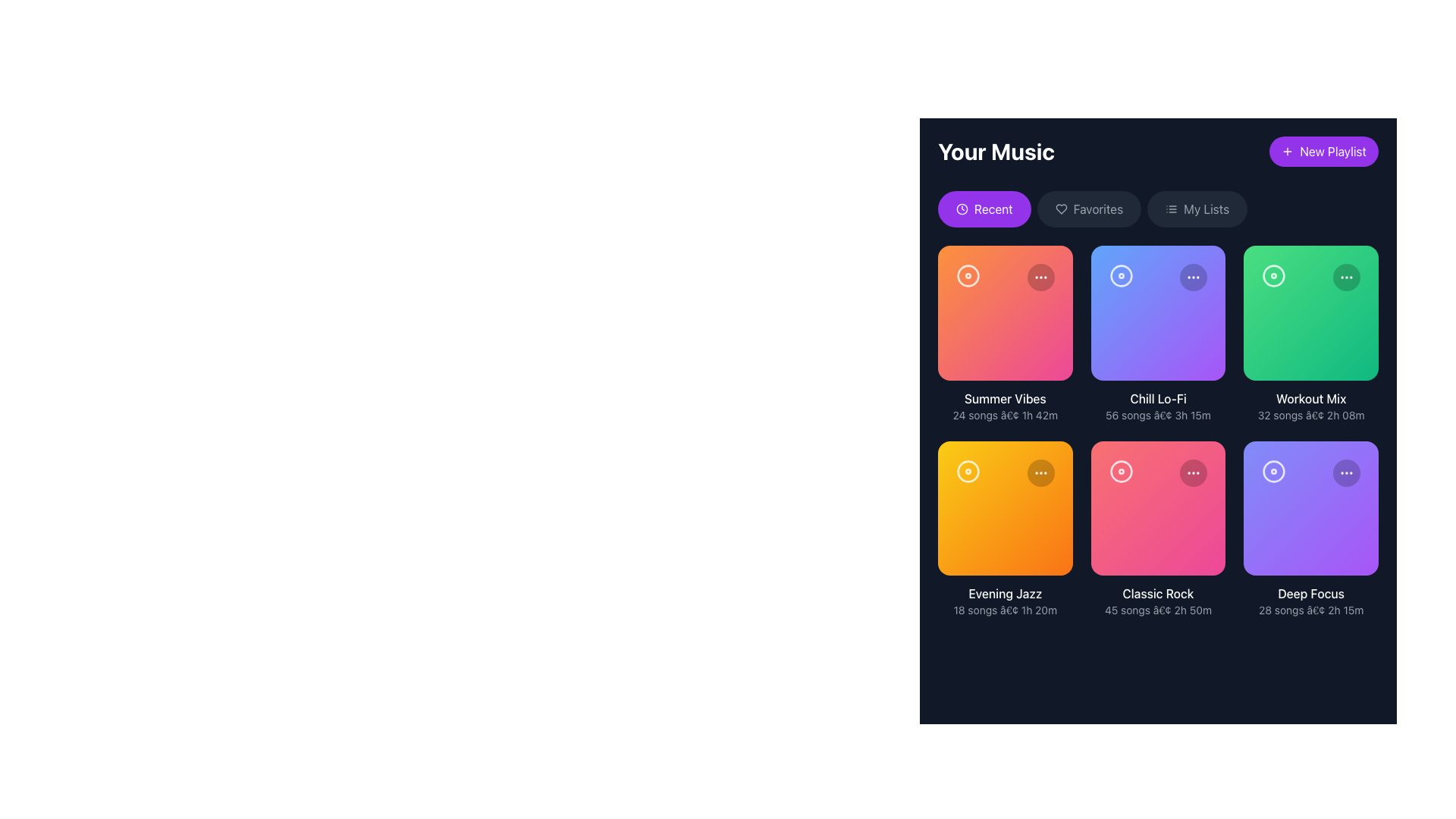  Describe the element at coordinates (1005, 405) in the screenshot. I see `the text label displaying the playlist name and details located at the bottom of the first card in the 'Your Music' section with a gradient orange-to-pink background` at that location.